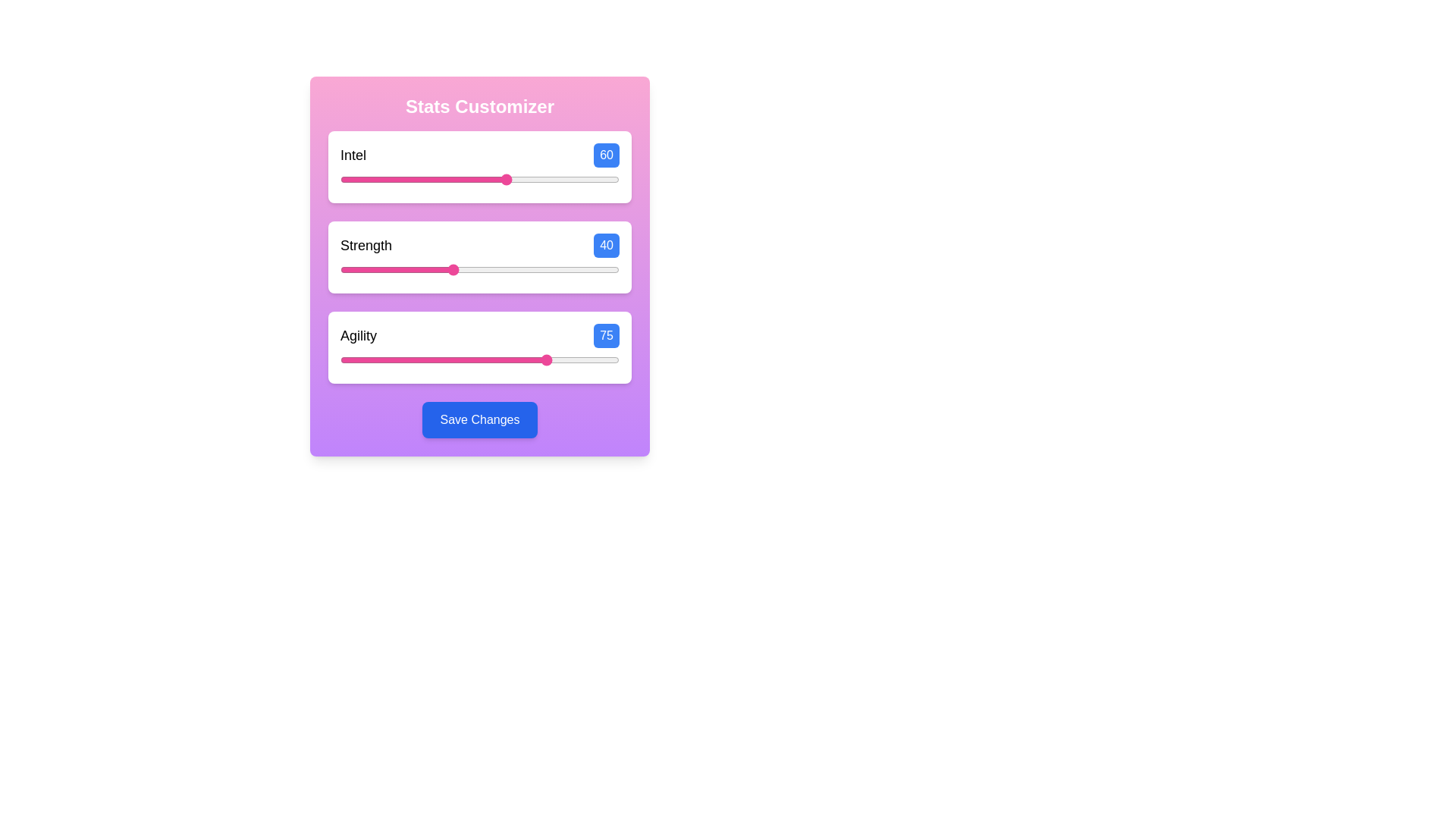  I want to click on the intelligence attribute, so click(453, 178).